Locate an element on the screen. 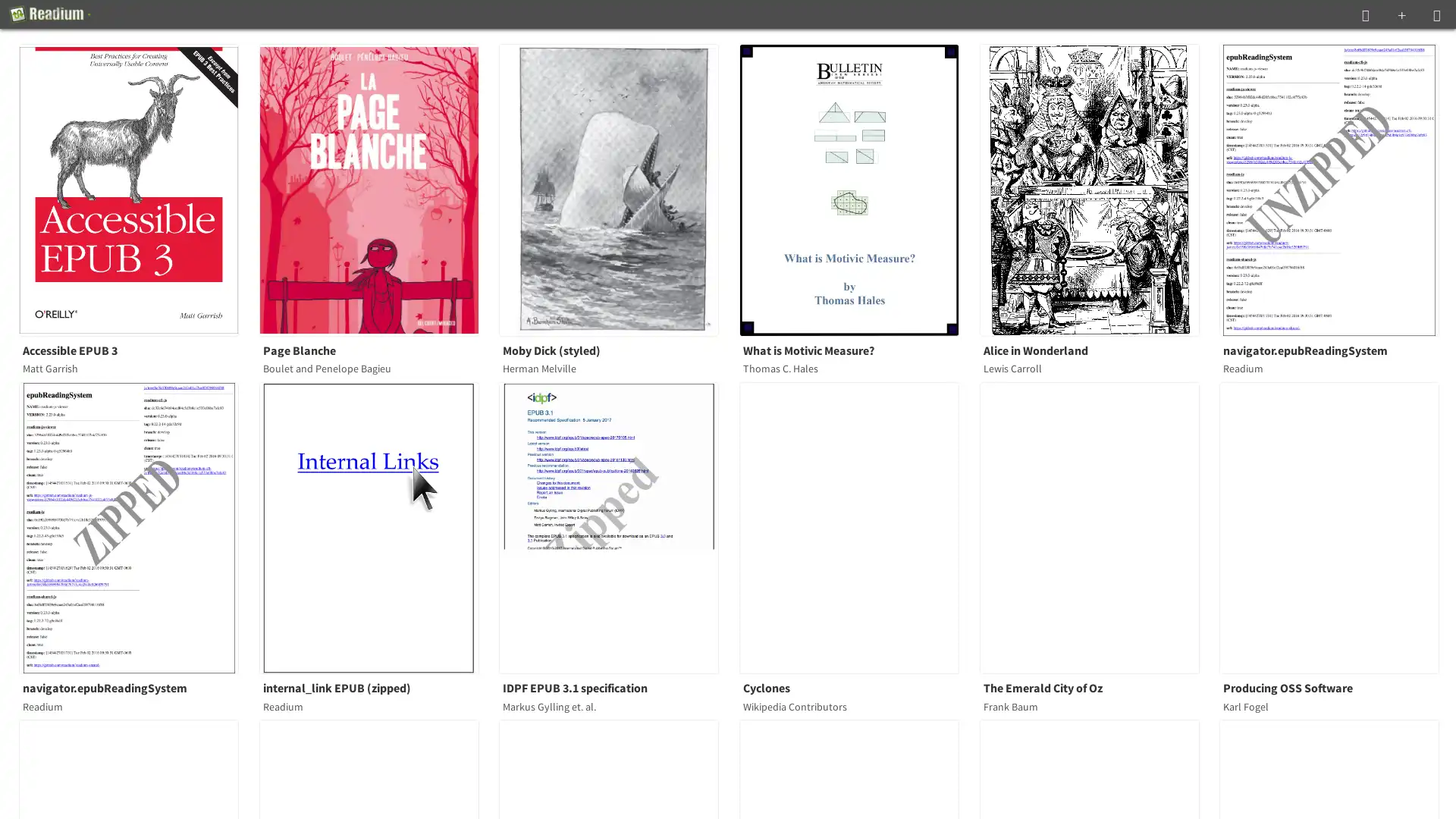 This screenshot has height=819, width=1456. (3) Moby Dick (styled) is located at coordinates (618, 189).